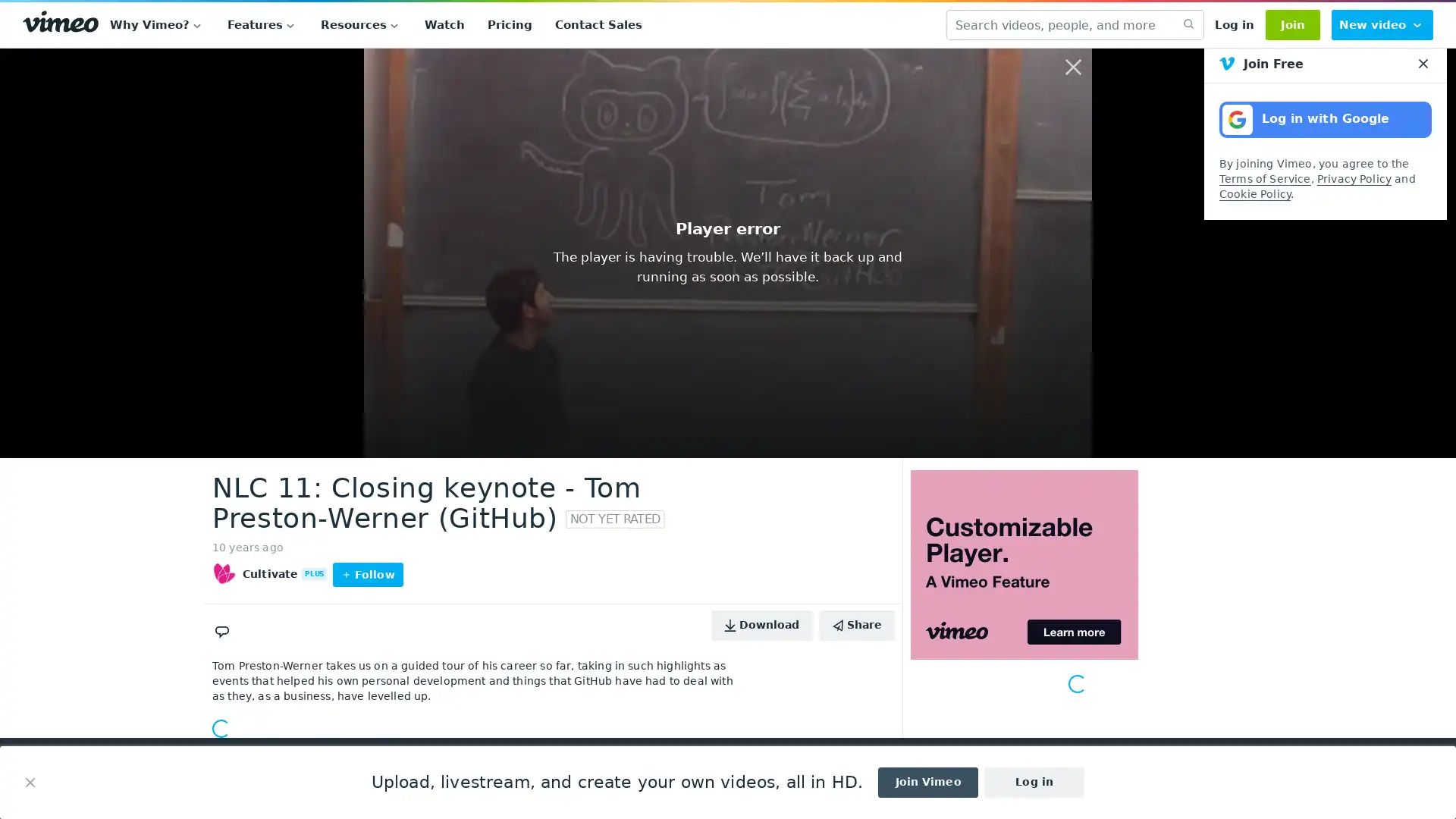  I want to click on Download, so click(761, 625).